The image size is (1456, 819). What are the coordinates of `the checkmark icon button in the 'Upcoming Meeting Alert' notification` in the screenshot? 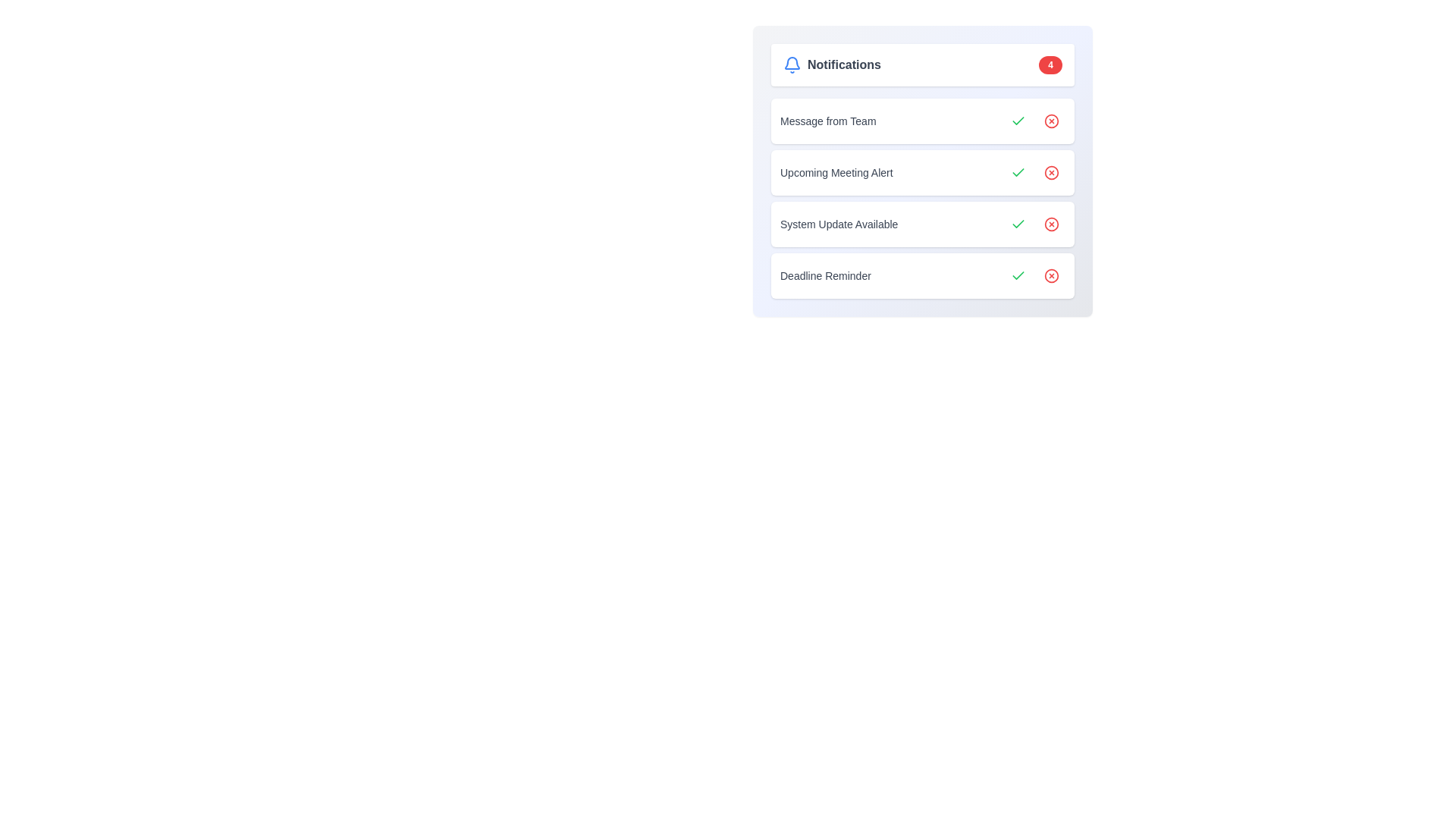 It's located at (1018, 171).